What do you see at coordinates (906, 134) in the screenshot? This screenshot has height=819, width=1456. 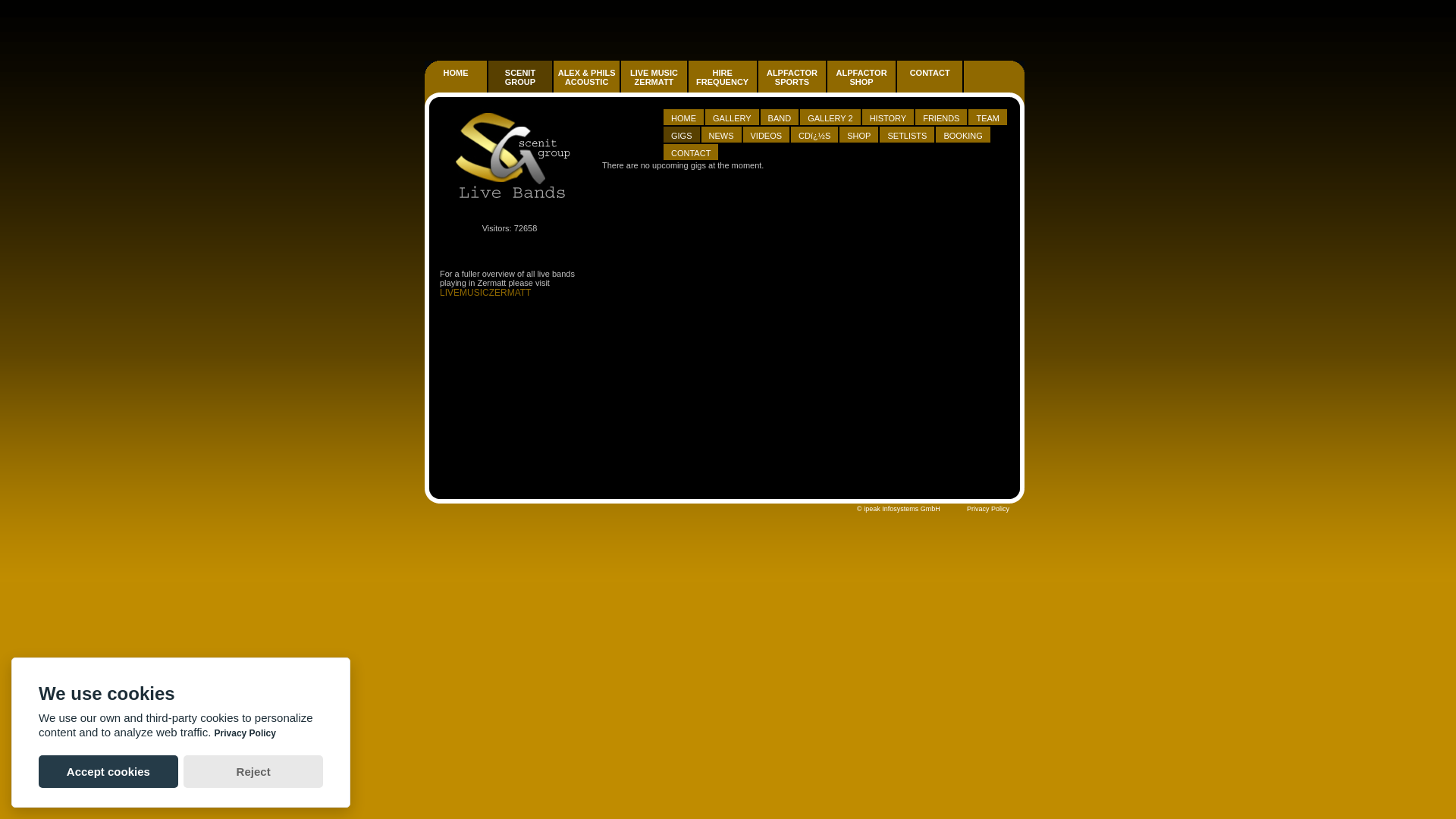 I see `'SETLISTS'` at bounding box center [906, 134].